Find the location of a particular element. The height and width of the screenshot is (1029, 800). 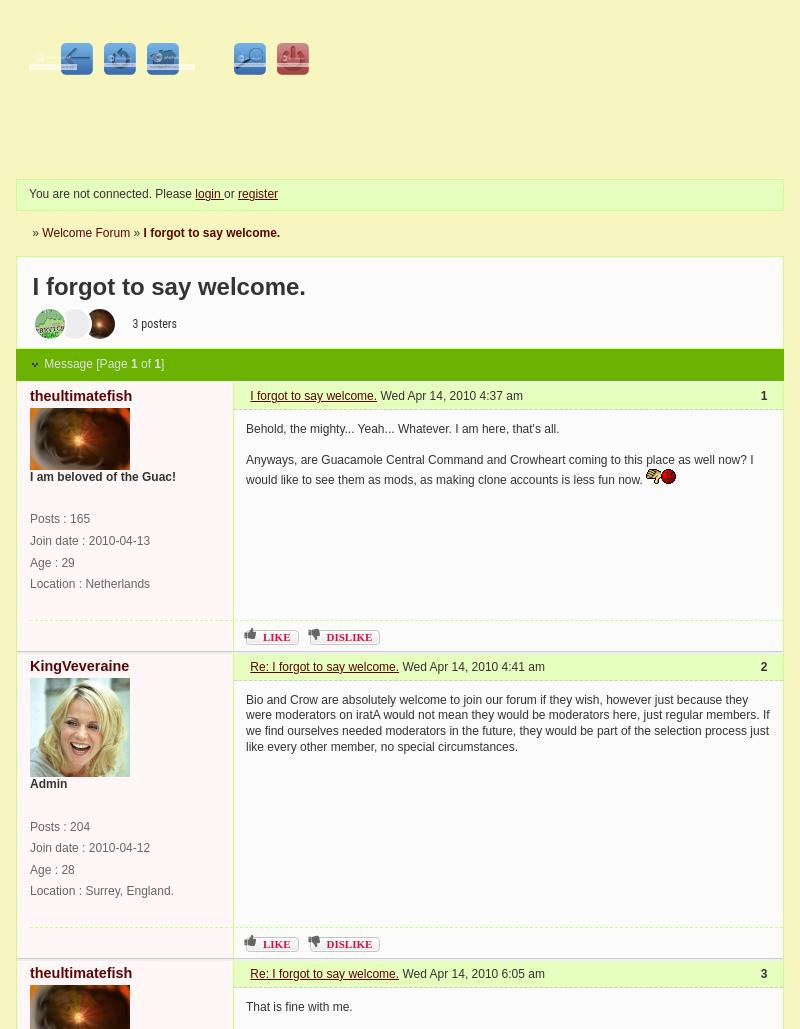

'204' is located at coordinates (70, 824).